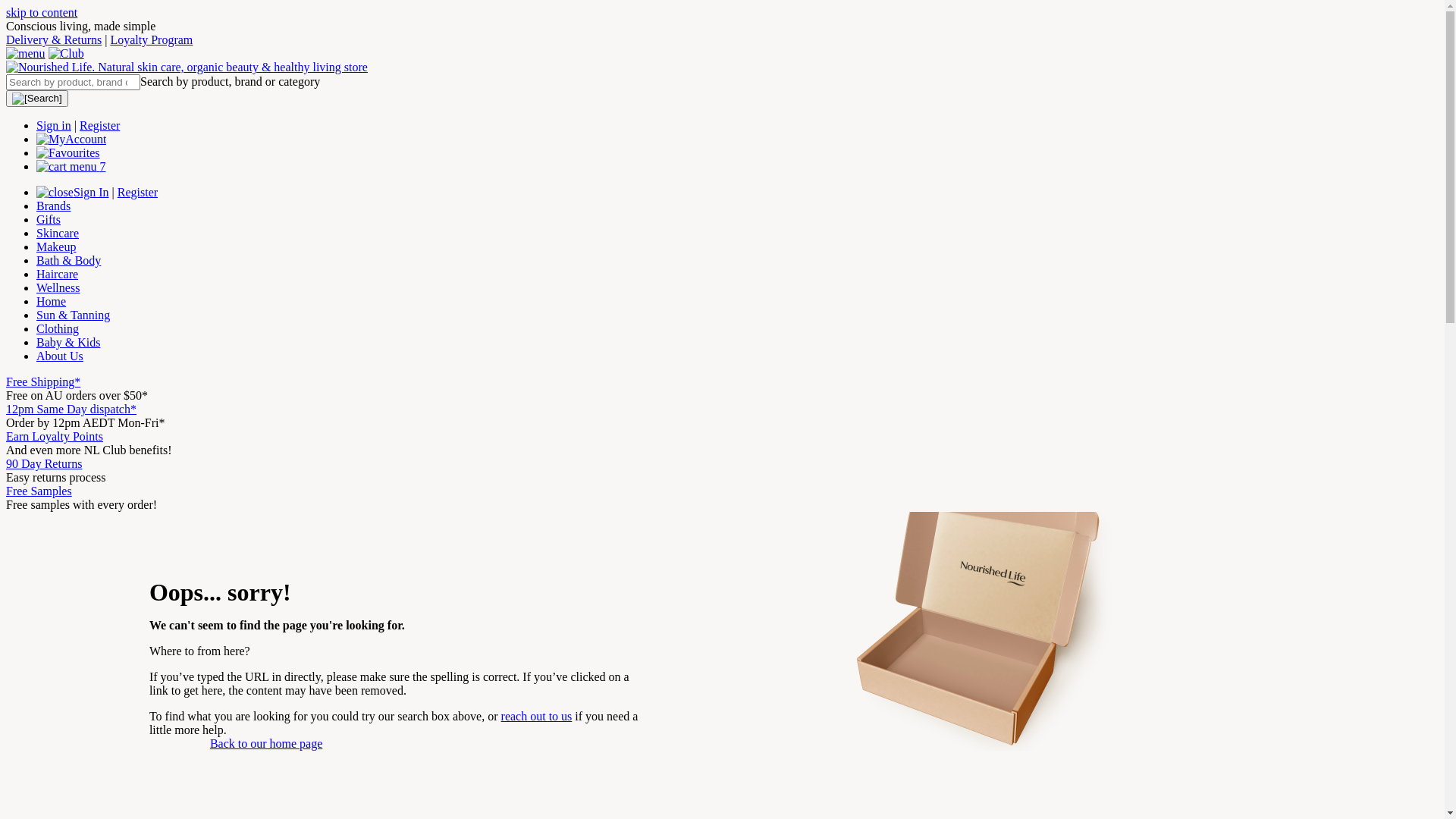 The image size is (1456, 819). Describe the element at coordinates (71, 166) in the screenshot. I see `'7'` at that location.